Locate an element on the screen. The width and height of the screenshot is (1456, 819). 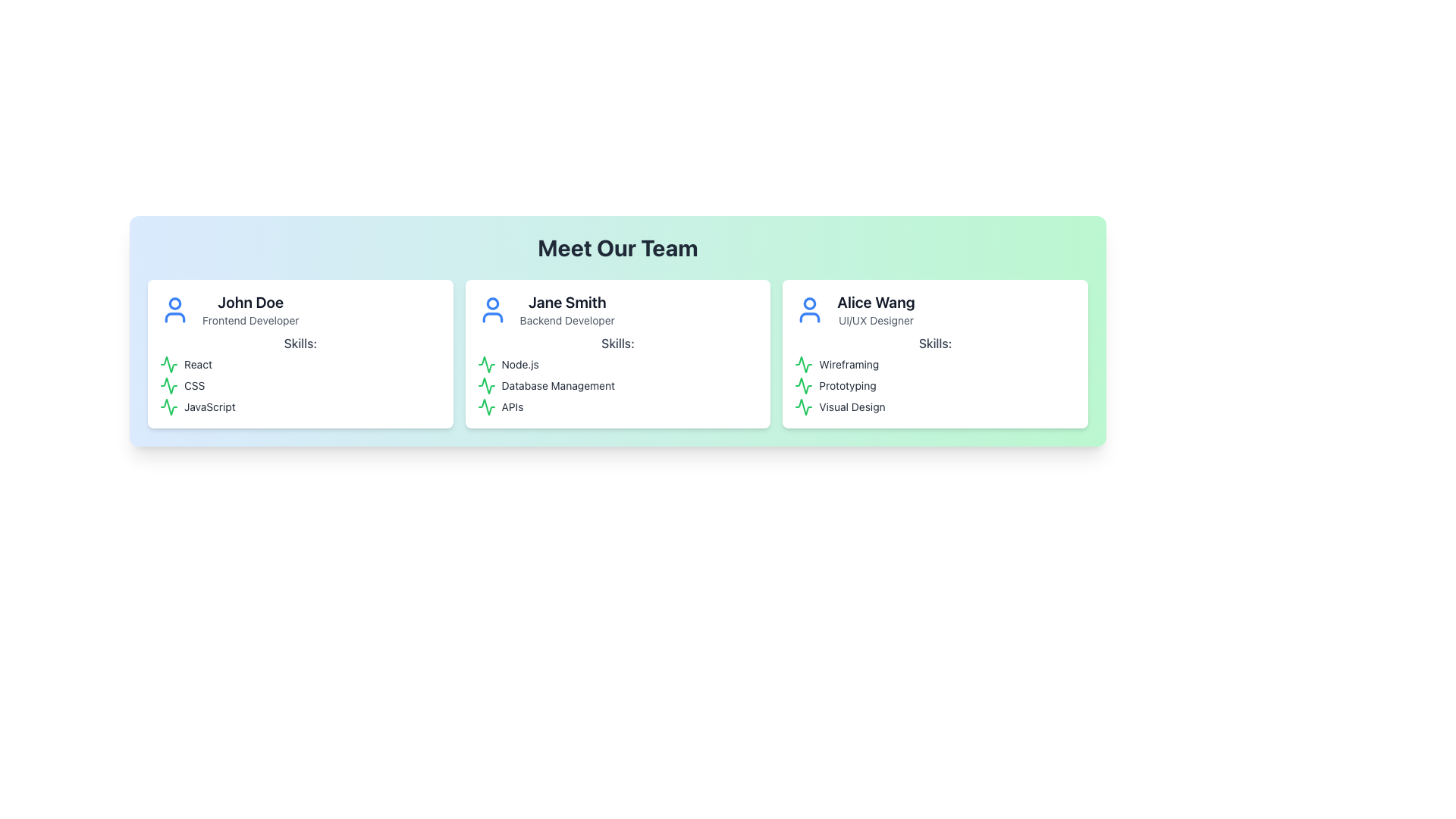
information displayed in the Profile Summary Component located in the third card of the team section, positioned near the top left just below the card title is located at coordinates (934, 309).